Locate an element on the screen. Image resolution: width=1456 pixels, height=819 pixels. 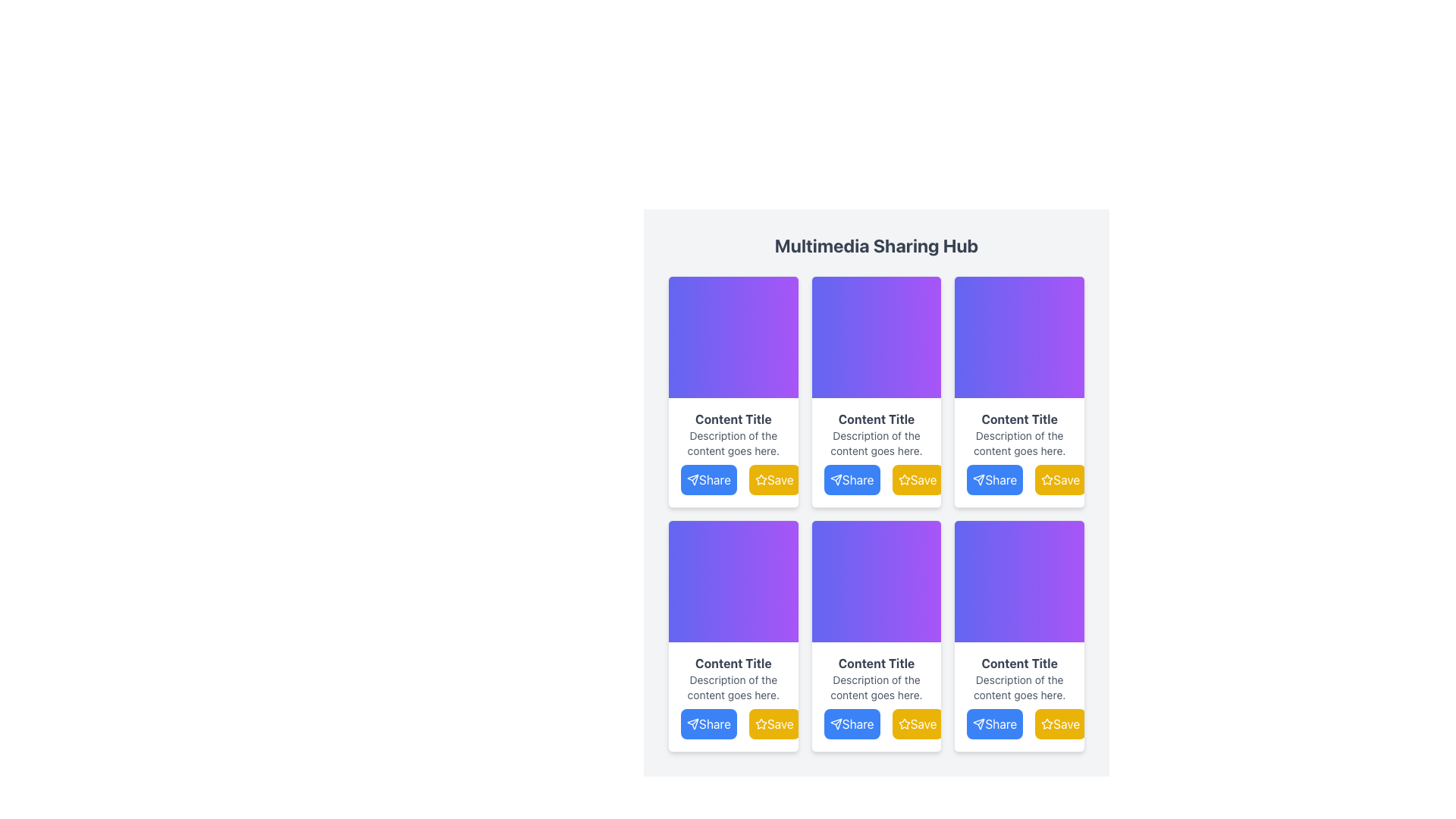
the blue arrowhead icon button styled as a forward-facing paper airplane located at the bottom-left corner of the third card in the top row to initiate sharing is located at coordinates (692, 479).